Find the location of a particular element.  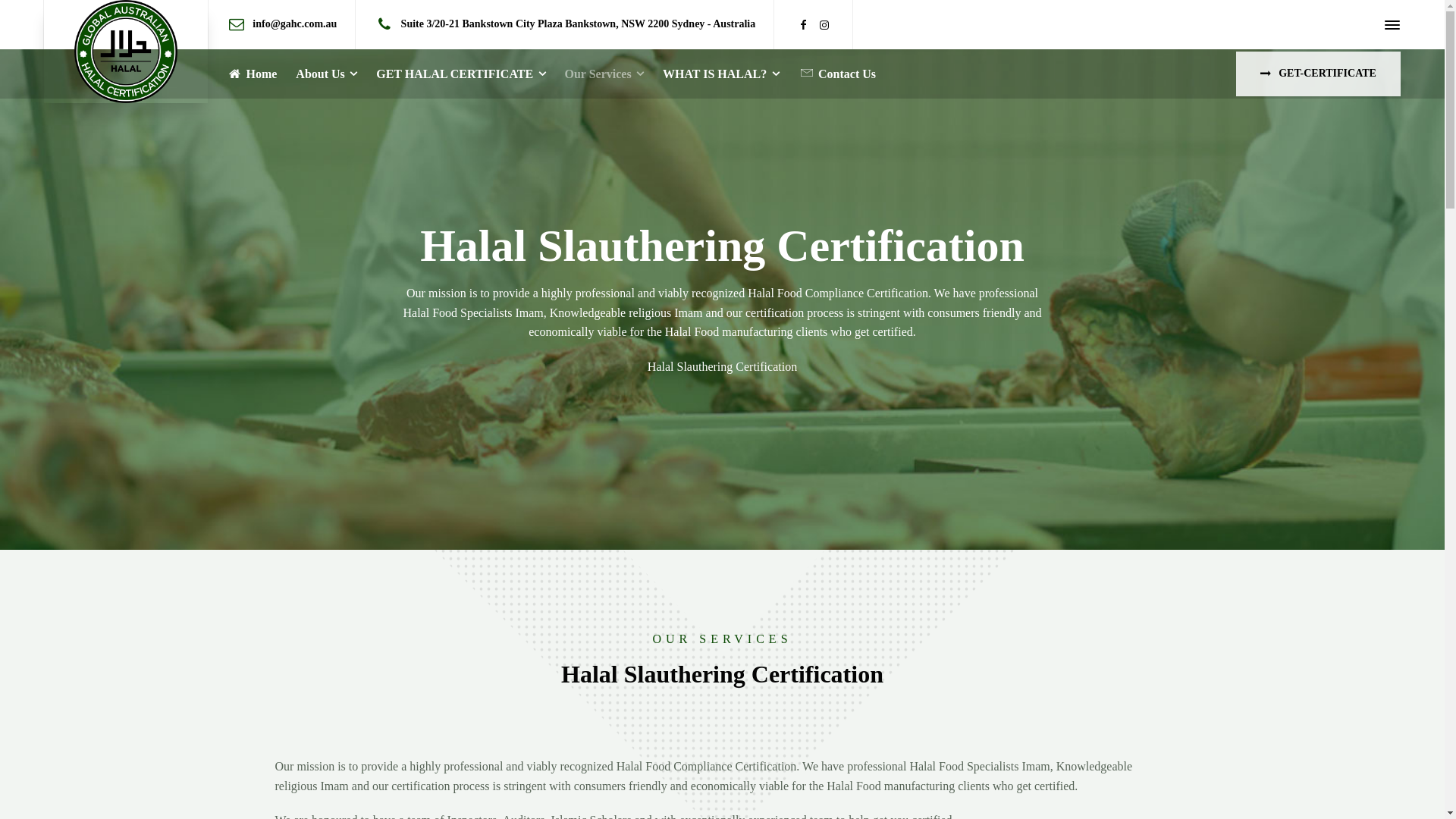

'Facebook' is located at coordinates (802, 25).